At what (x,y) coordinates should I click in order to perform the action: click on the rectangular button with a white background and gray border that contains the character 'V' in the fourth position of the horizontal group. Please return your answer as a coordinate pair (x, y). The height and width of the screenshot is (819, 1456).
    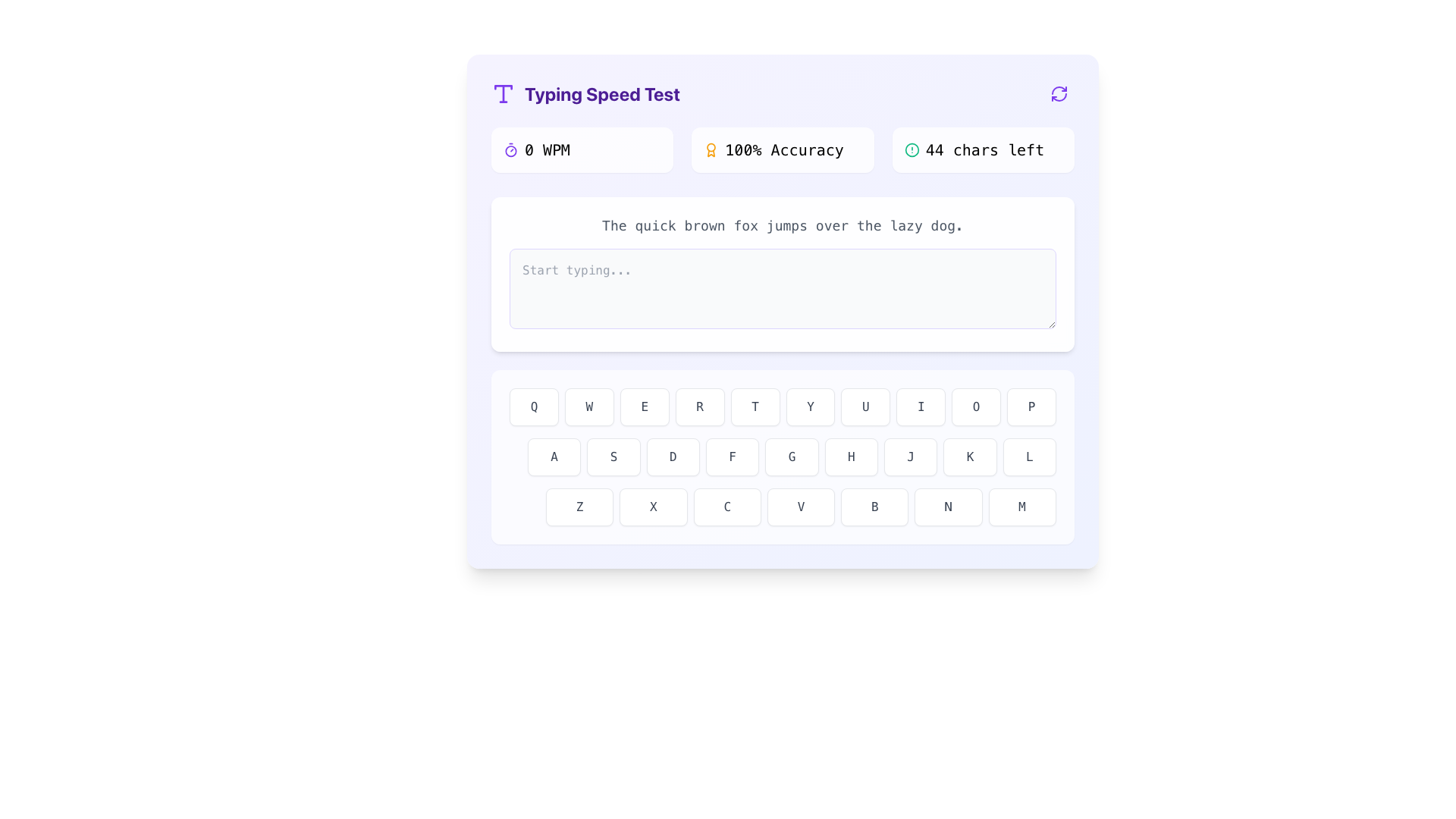
    Looking at the image, I should click on (800, 507).